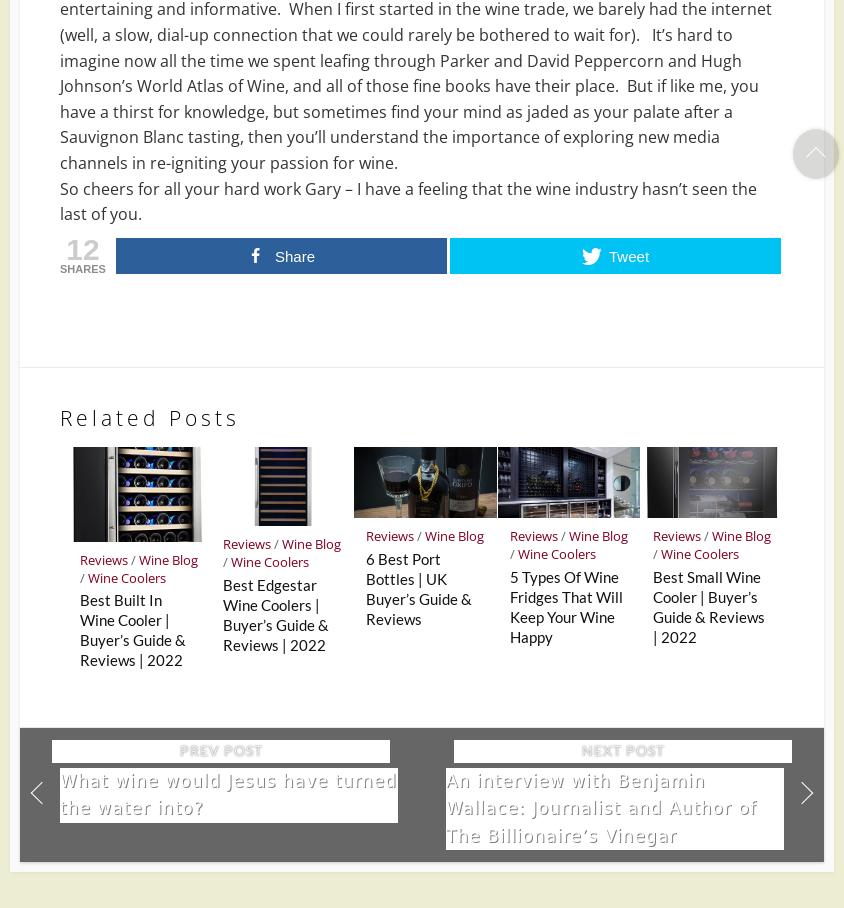  What do you see at coordinates (81, 247) in the screenshot?
I see `'12'` at bounding box center [81, 247].